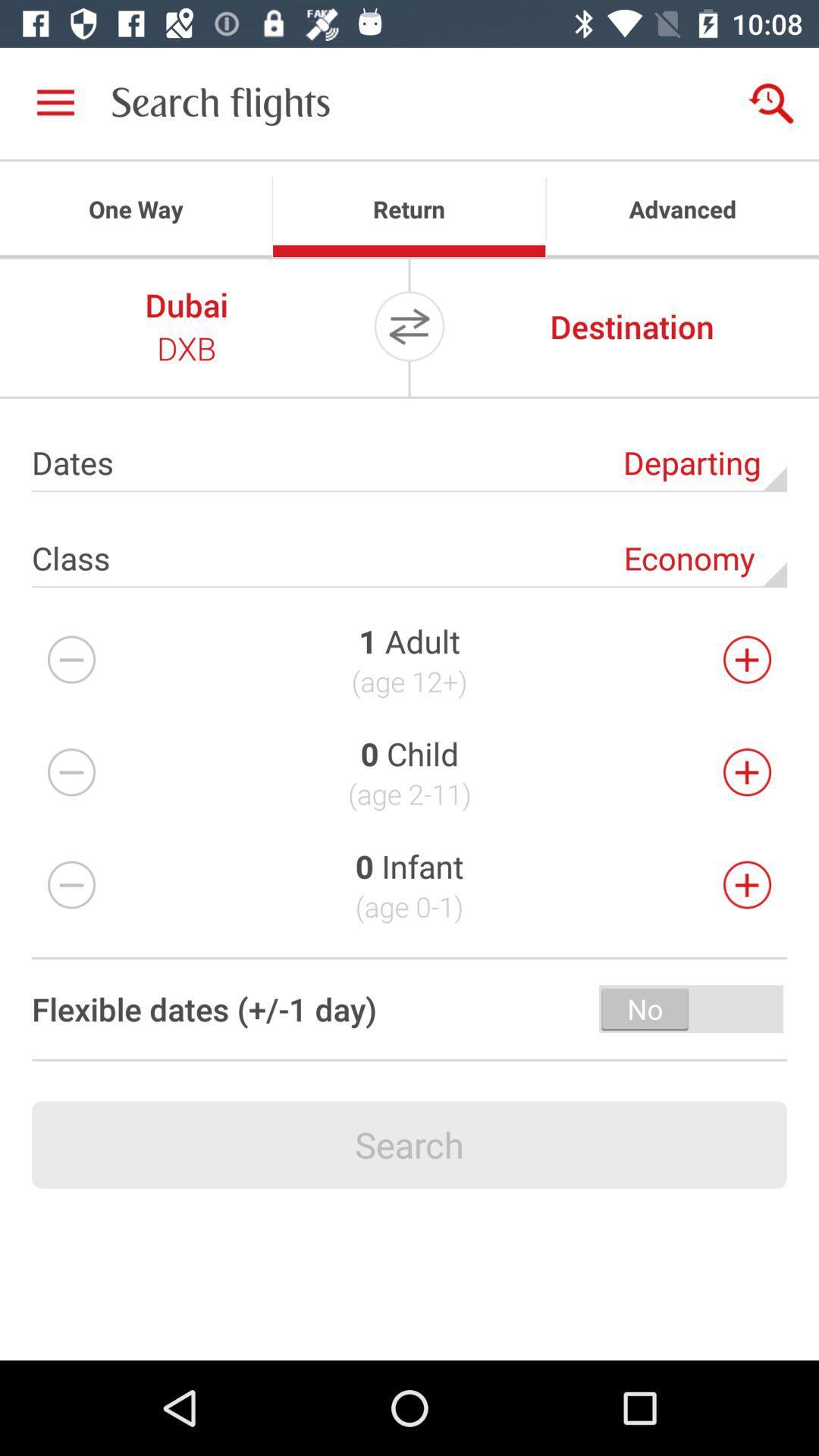 The image size is (819, 1456). What do you see at coordinates (71, 659) in the screenshot?
I see `the minus icon` at bounding box center [71, 659].